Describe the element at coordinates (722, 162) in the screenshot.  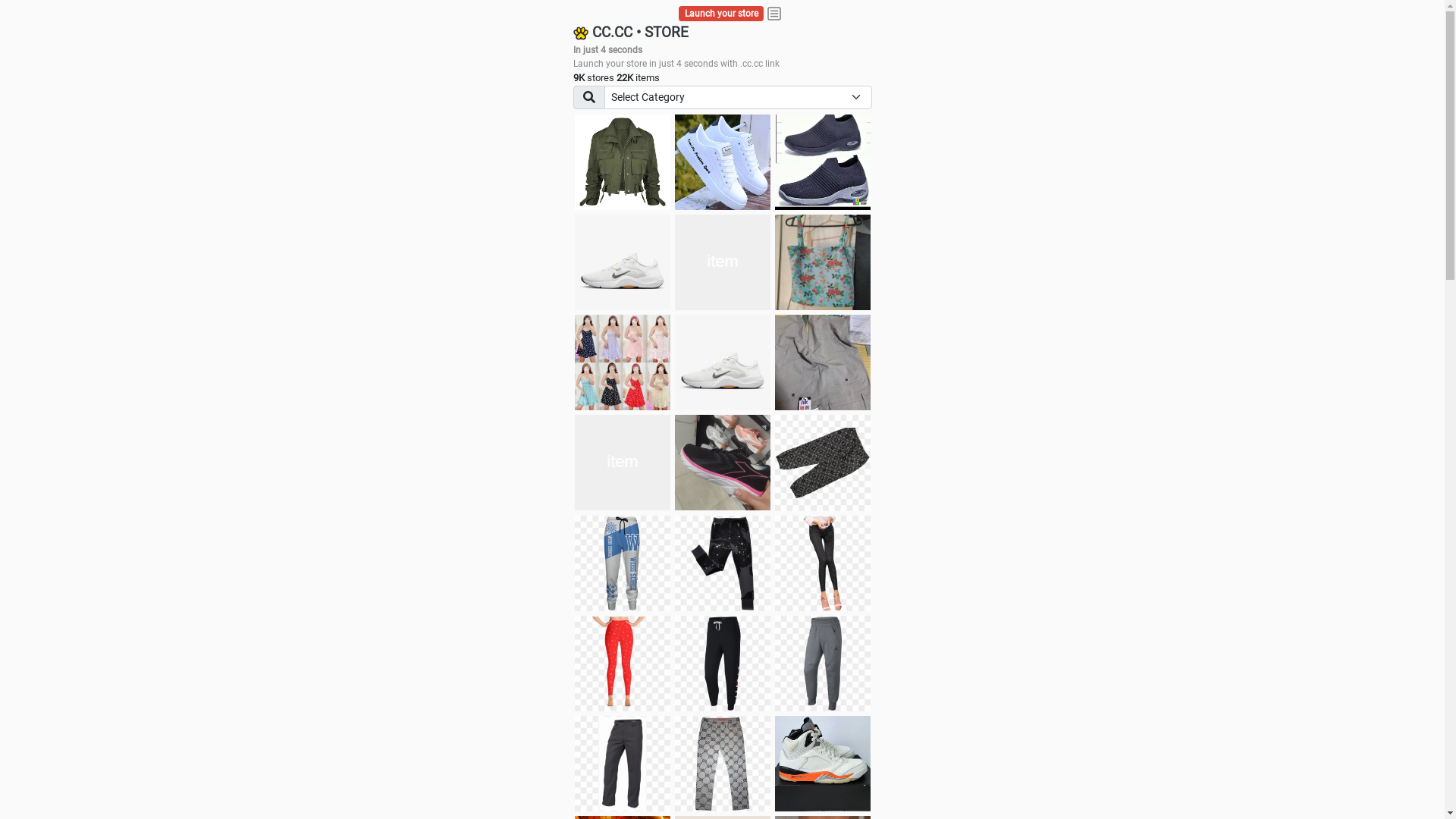
I see `'white shoes'` at that location.